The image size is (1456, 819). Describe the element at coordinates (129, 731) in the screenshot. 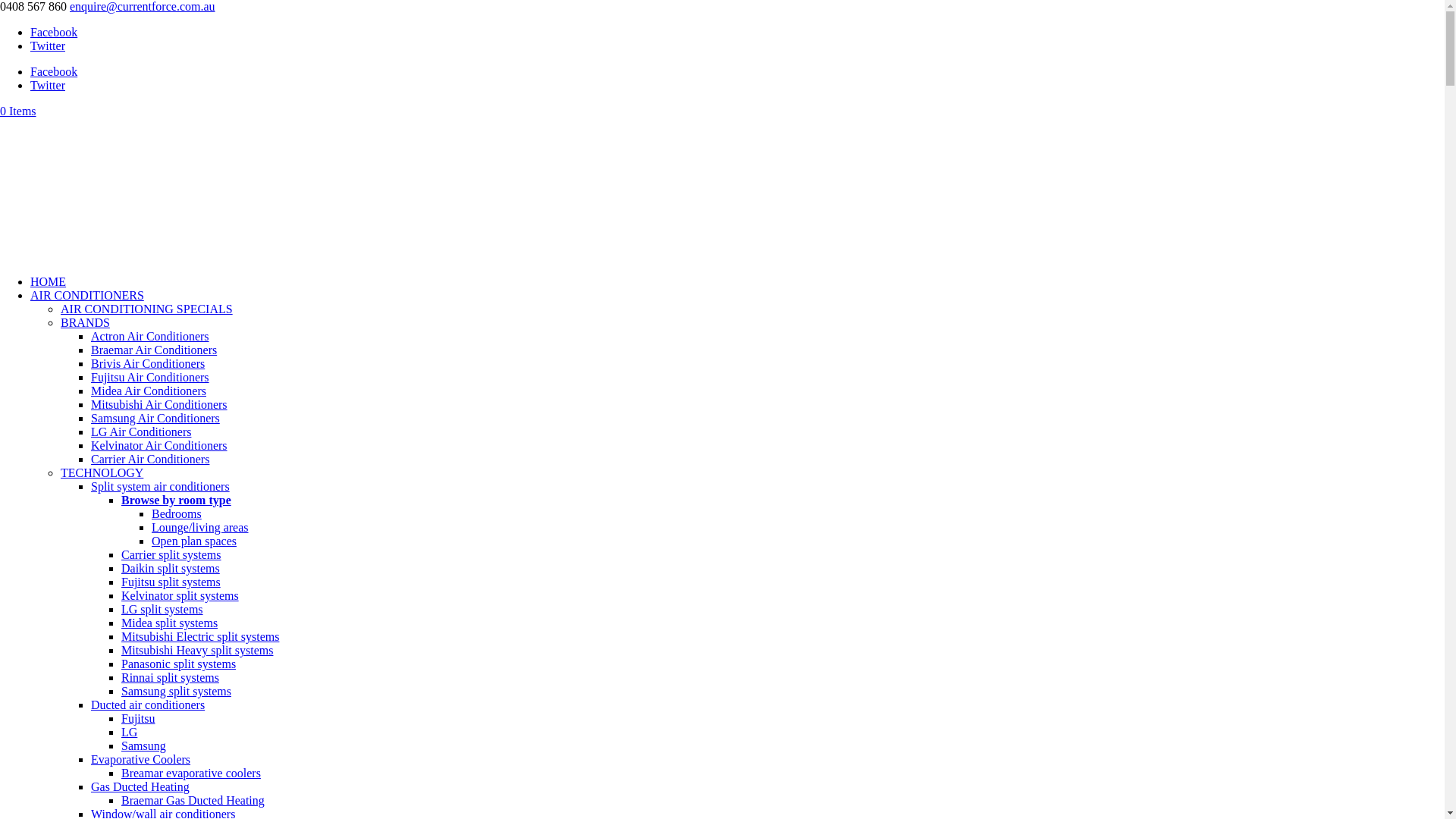

I see `'LG'` at that location.